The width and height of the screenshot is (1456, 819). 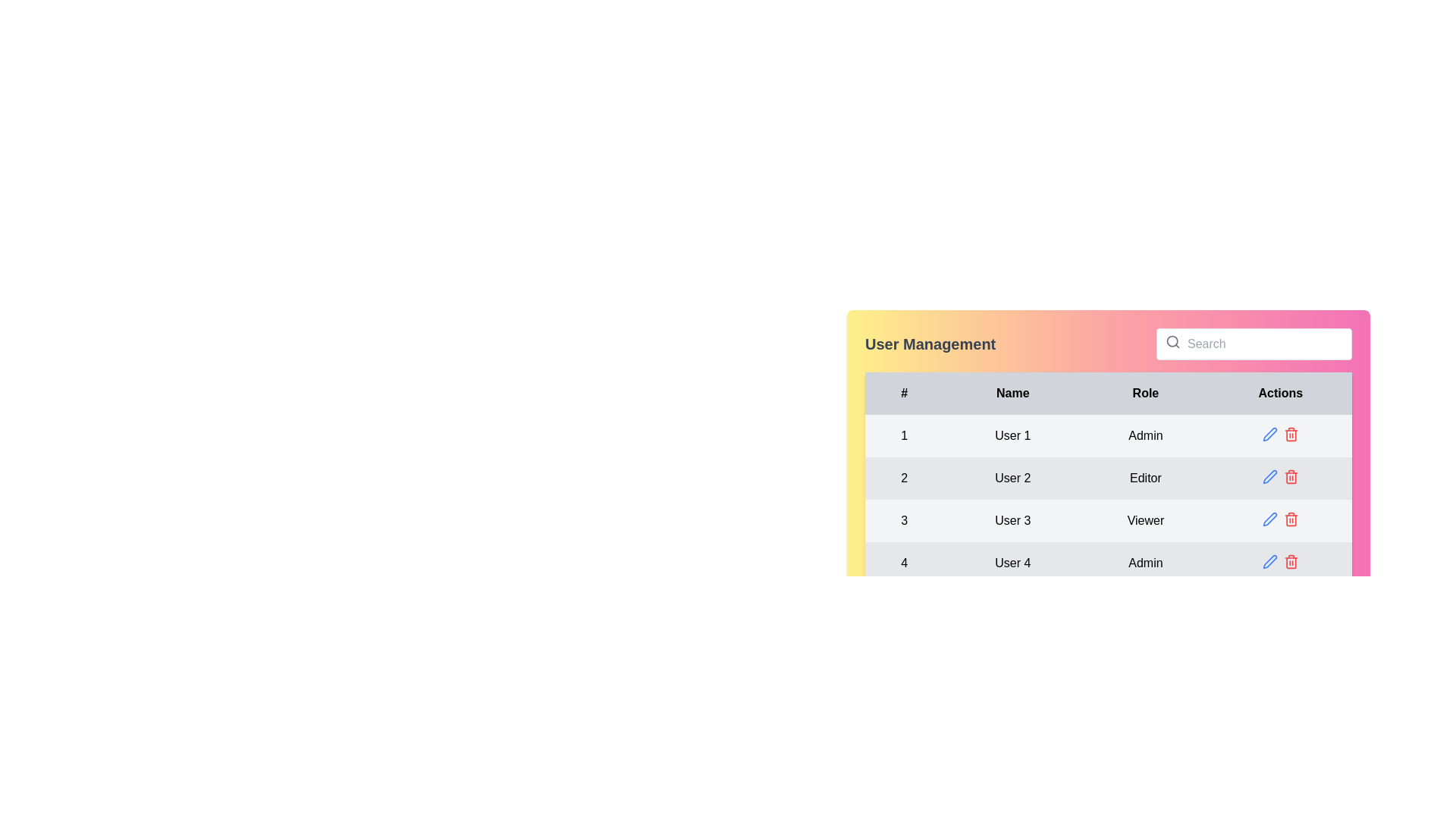 I want to click on the text label indicating the role assigned to 'User 3' in the user management table, located in the third row under the 'Role' column, so click(x=1145, y=519).